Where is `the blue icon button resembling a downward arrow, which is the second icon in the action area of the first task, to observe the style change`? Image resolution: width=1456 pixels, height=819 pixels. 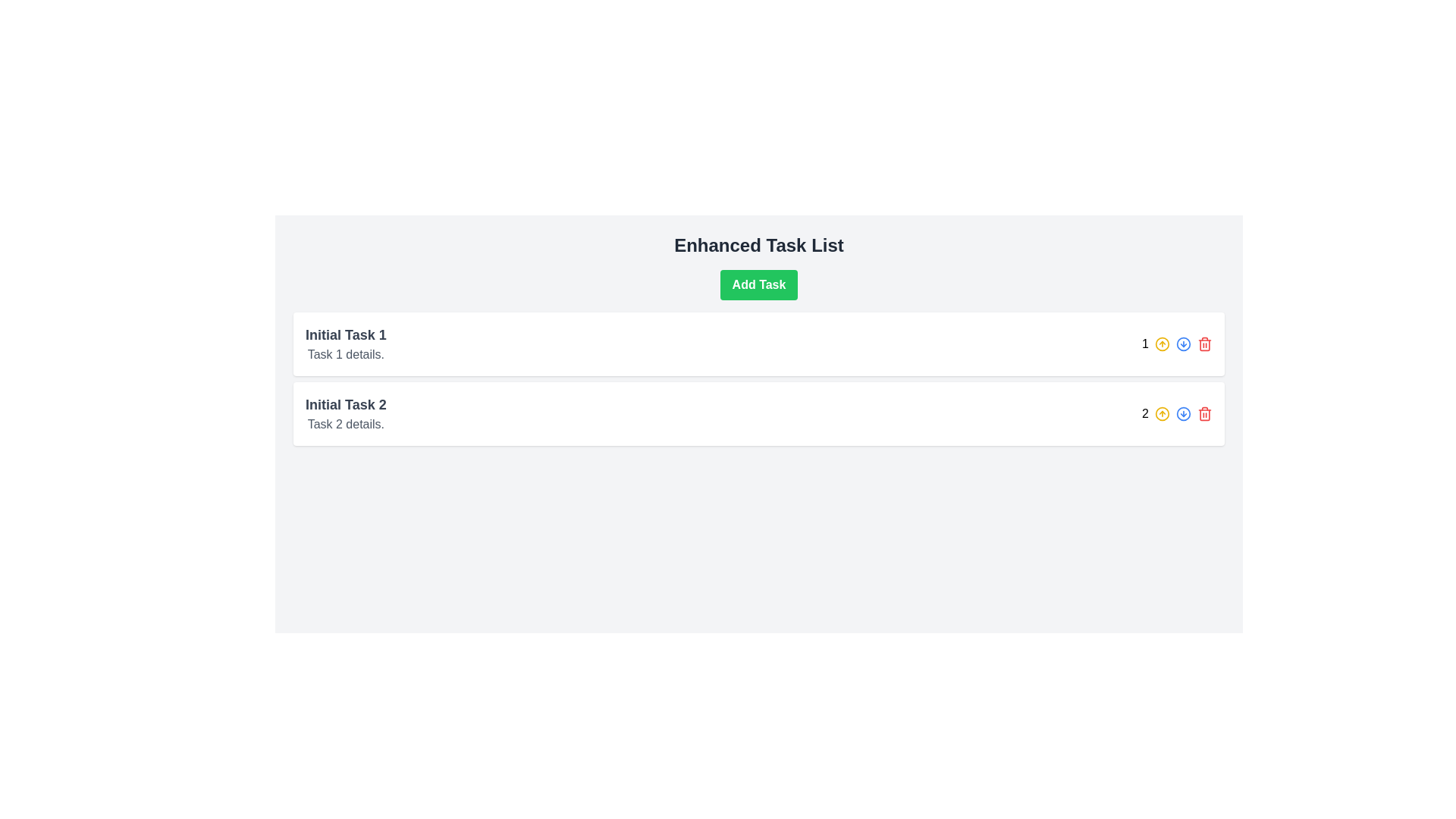
the blue icon button resembling a downward arrow, which is the second icon in the action area of the first task, to observe the style change is located at coordinates (1182, 344).